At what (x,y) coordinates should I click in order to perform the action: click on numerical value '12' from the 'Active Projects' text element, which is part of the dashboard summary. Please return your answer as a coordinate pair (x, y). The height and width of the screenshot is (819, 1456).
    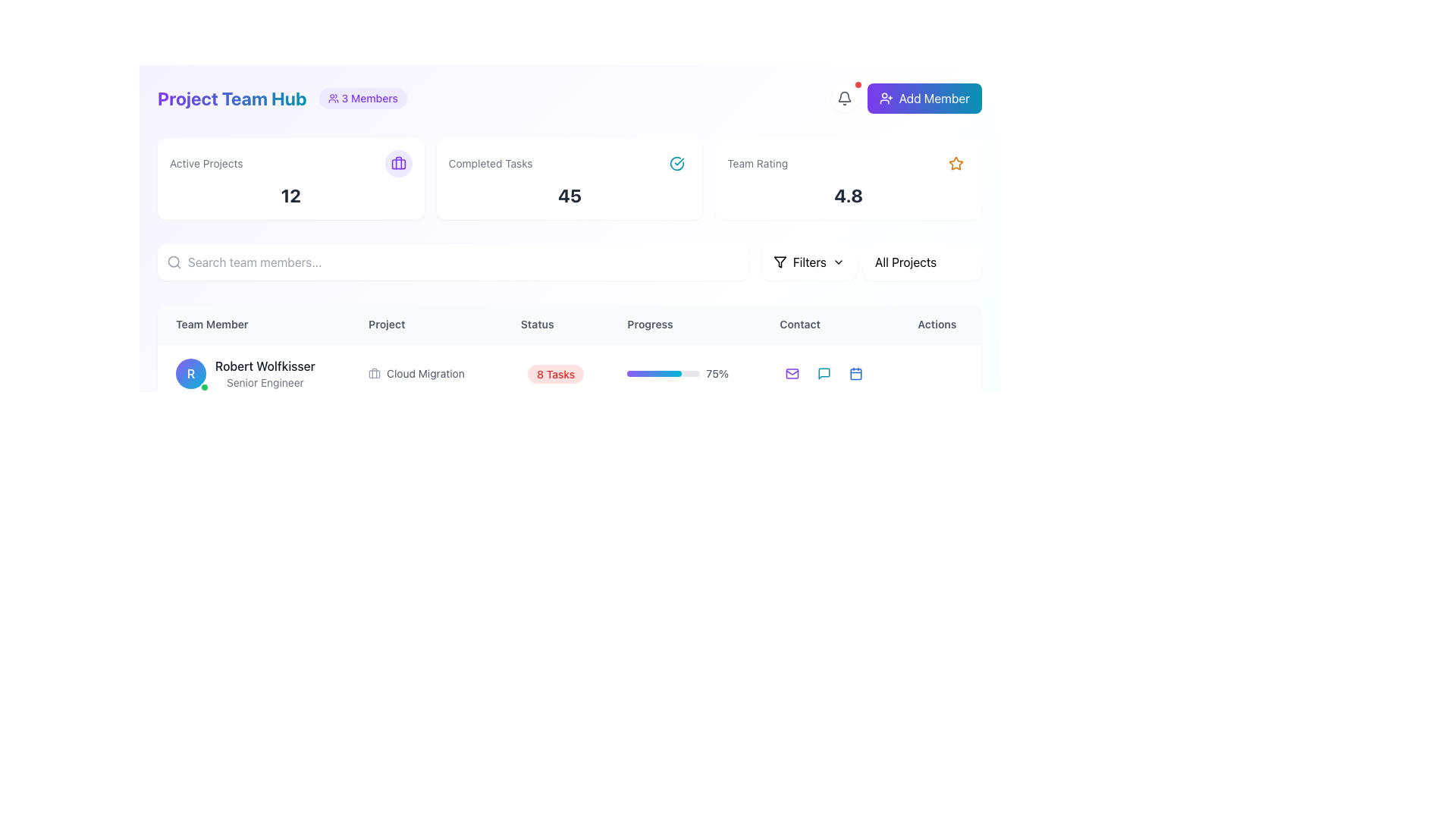
    Looking at the image, I should click on (290, 195).